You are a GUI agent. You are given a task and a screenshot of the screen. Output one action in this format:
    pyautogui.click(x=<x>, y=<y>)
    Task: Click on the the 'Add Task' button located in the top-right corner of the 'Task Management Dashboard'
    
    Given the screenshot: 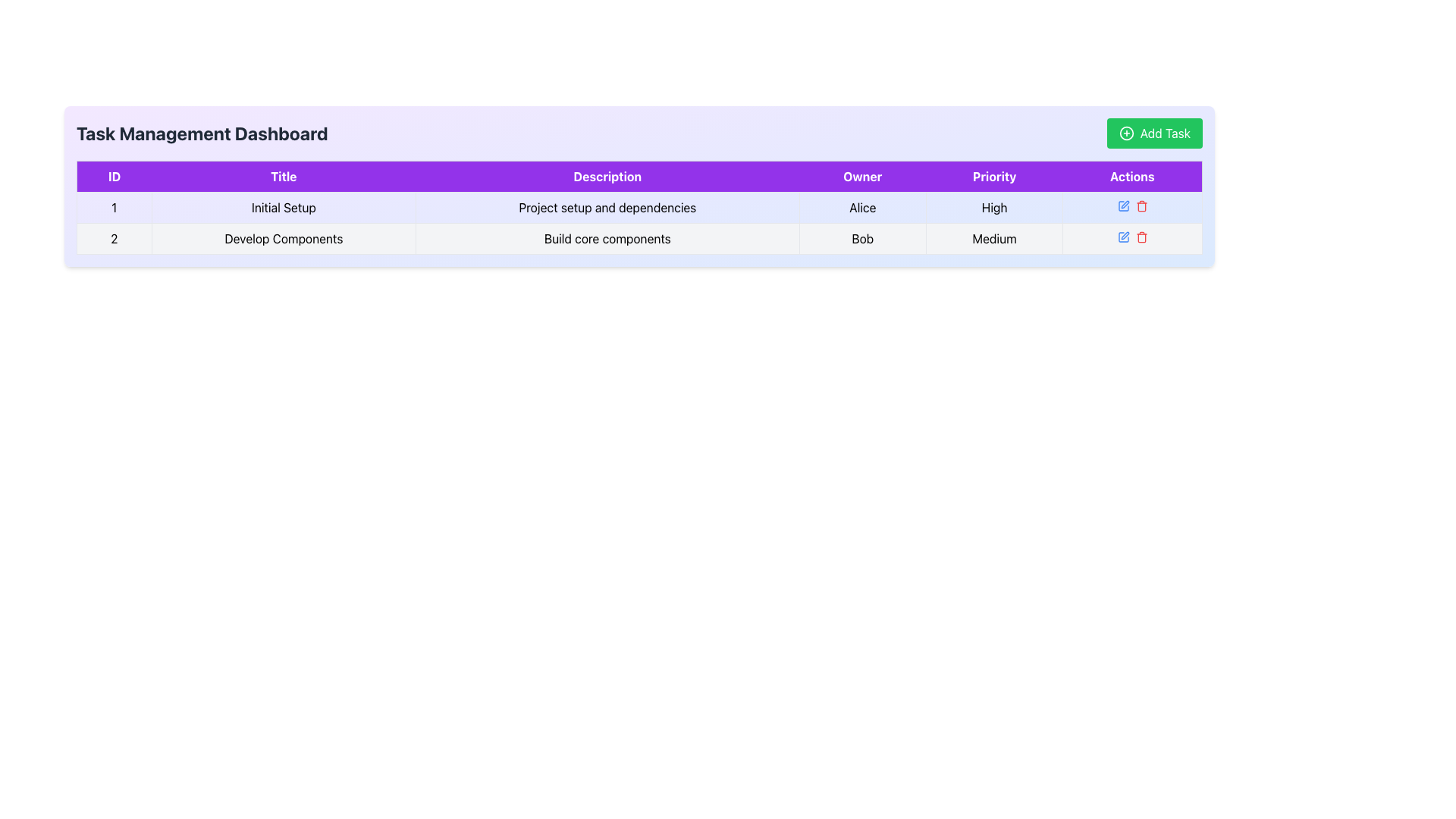 What is the action you would take?
    pyautogui.click(x=1153, y=133)
    